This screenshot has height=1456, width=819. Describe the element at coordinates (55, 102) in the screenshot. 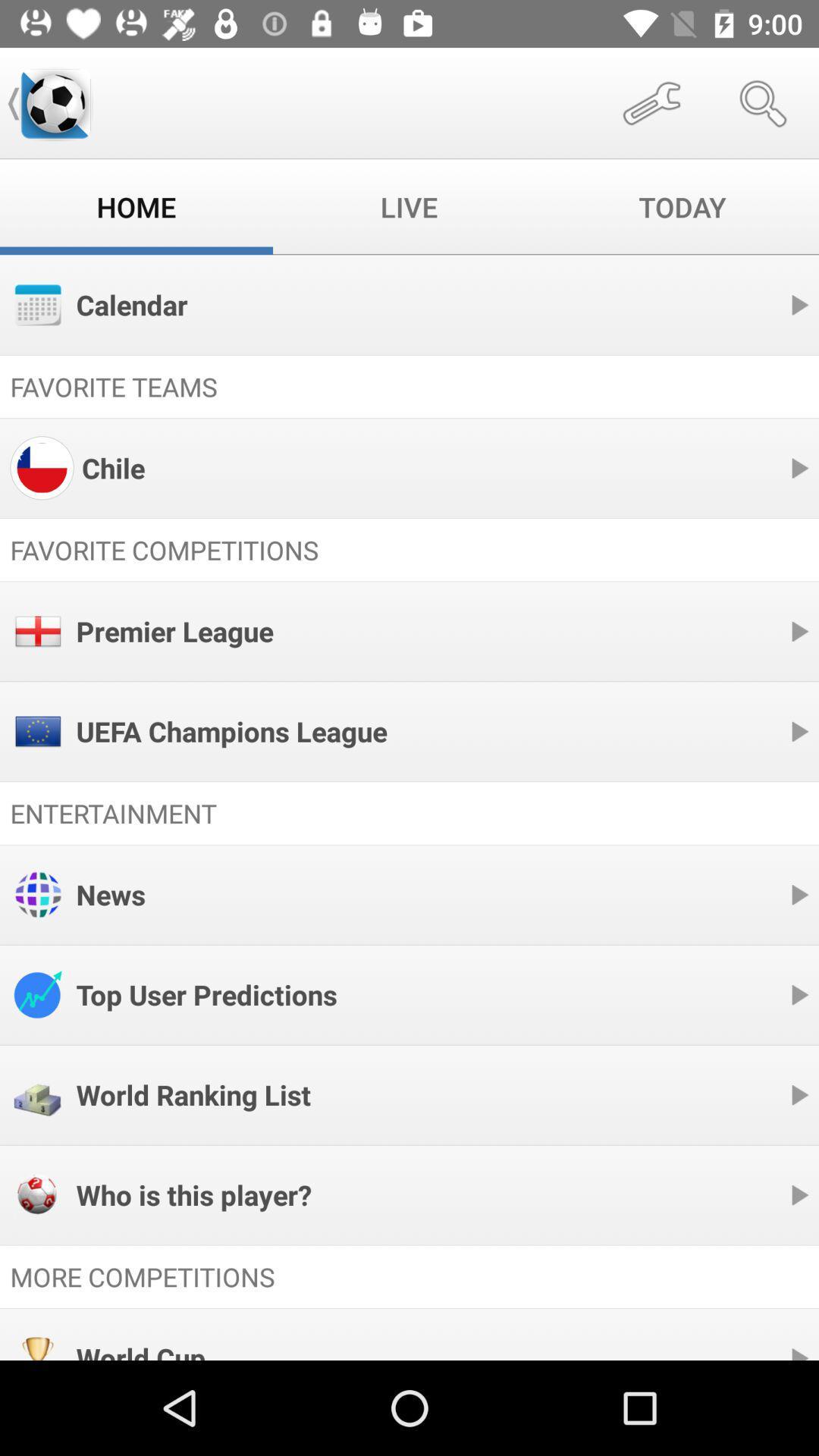

I see `the icon above the home item` at that location.